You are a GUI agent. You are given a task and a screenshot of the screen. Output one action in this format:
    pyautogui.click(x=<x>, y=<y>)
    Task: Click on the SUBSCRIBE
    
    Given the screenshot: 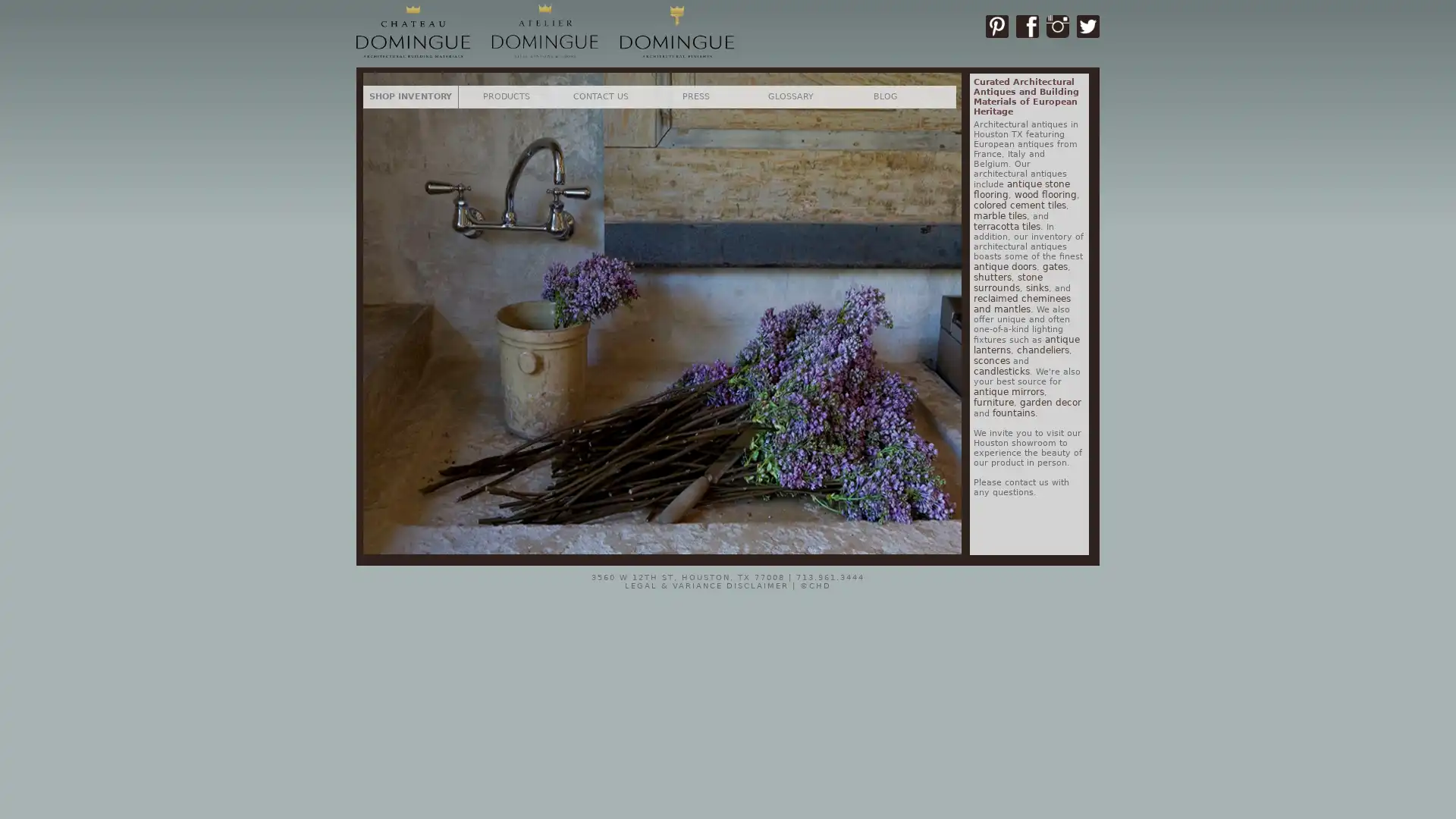 What is the action you would take?
    pyautogui.click(x=867, y=476)
    